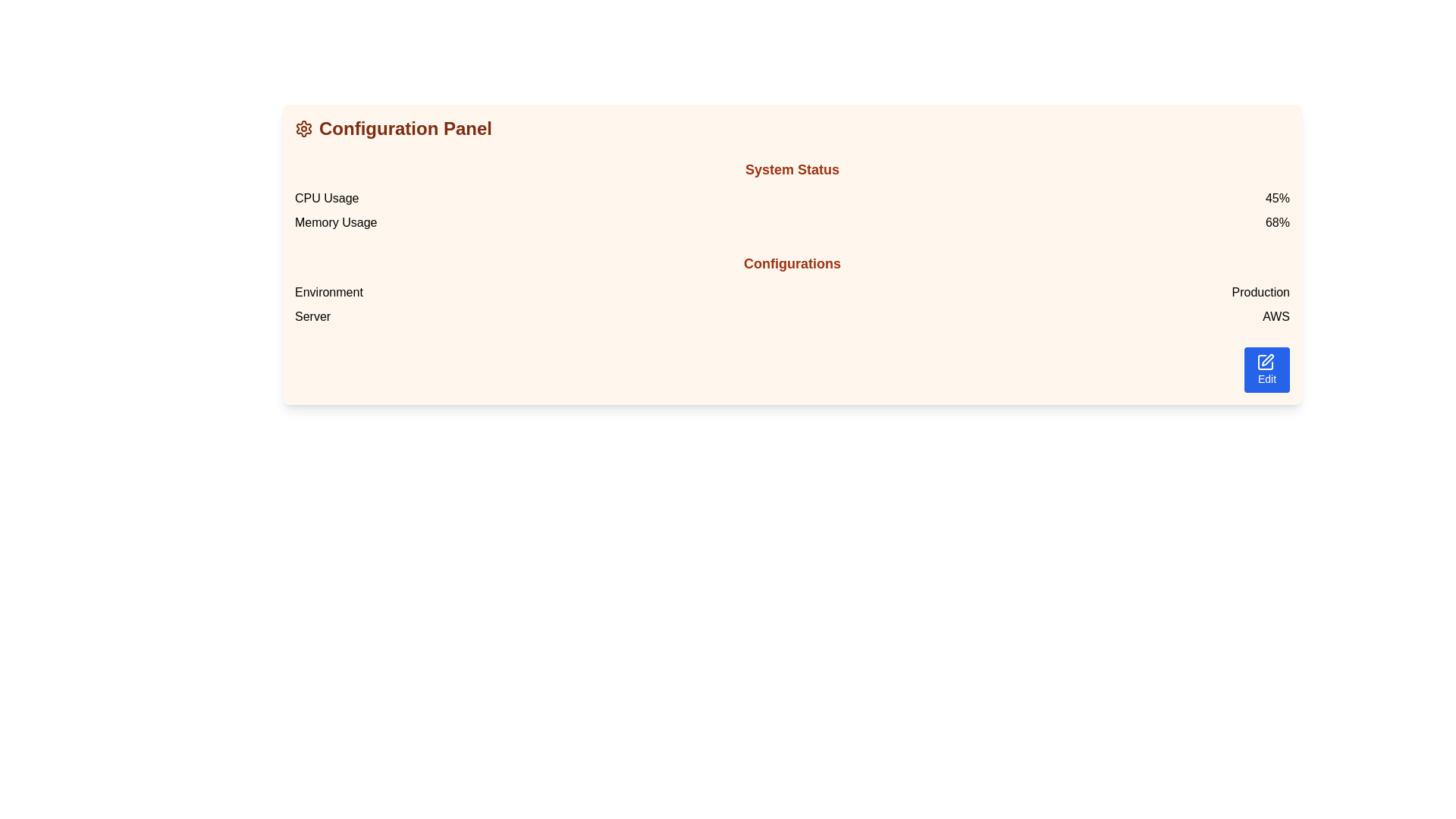 The height and width of the screenshot is (819, 1456). I want to click on the gear-shaped settings icon, which is dark orange and located to the left of the 'Configuration Panel' text, so click(303, 127).